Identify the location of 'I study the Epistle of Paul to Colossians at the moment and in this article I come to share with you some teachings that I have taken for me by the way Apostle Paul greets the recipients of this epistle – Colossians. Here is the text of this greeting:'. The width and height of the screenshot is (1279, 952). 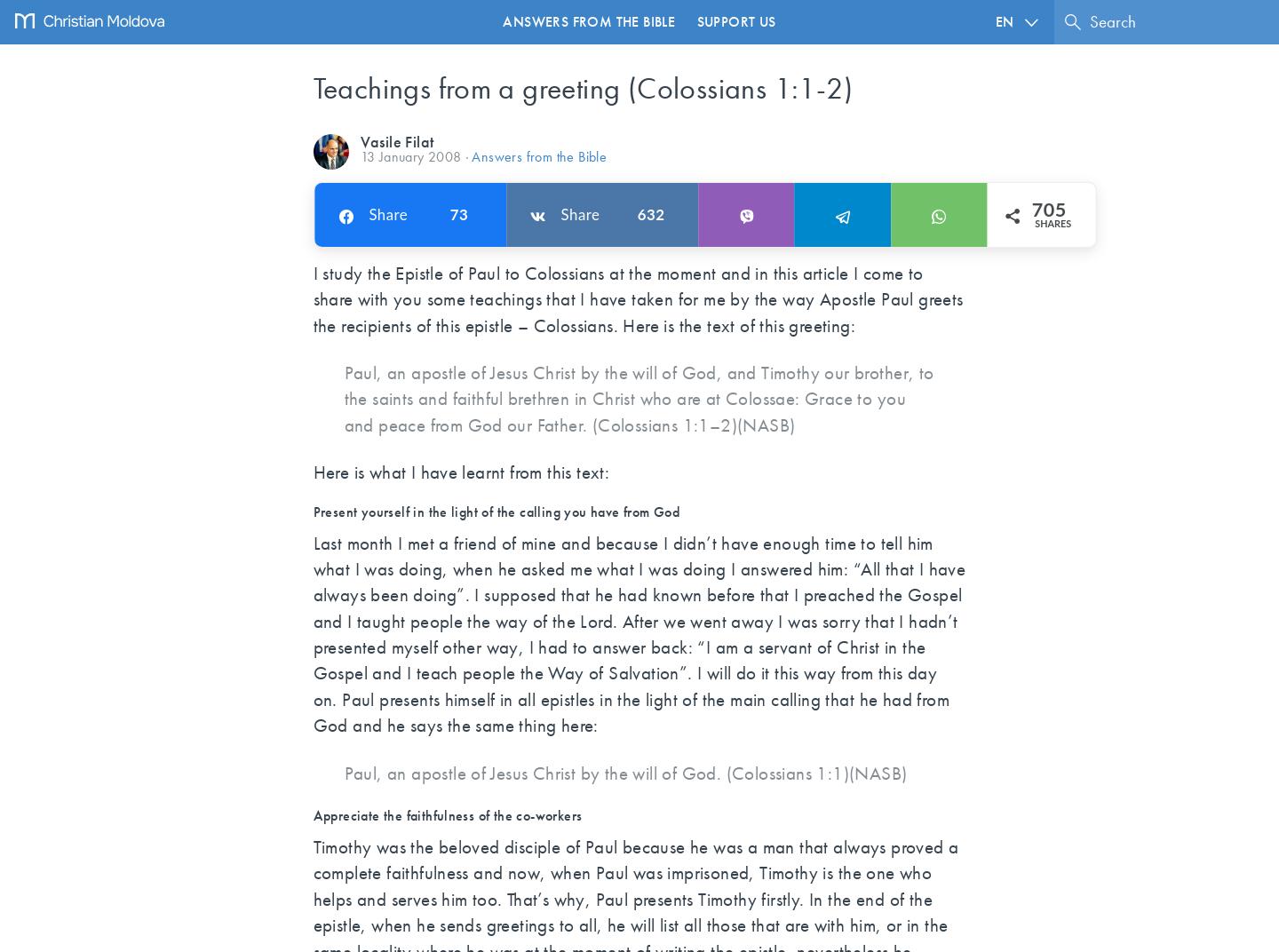
(637, 297).